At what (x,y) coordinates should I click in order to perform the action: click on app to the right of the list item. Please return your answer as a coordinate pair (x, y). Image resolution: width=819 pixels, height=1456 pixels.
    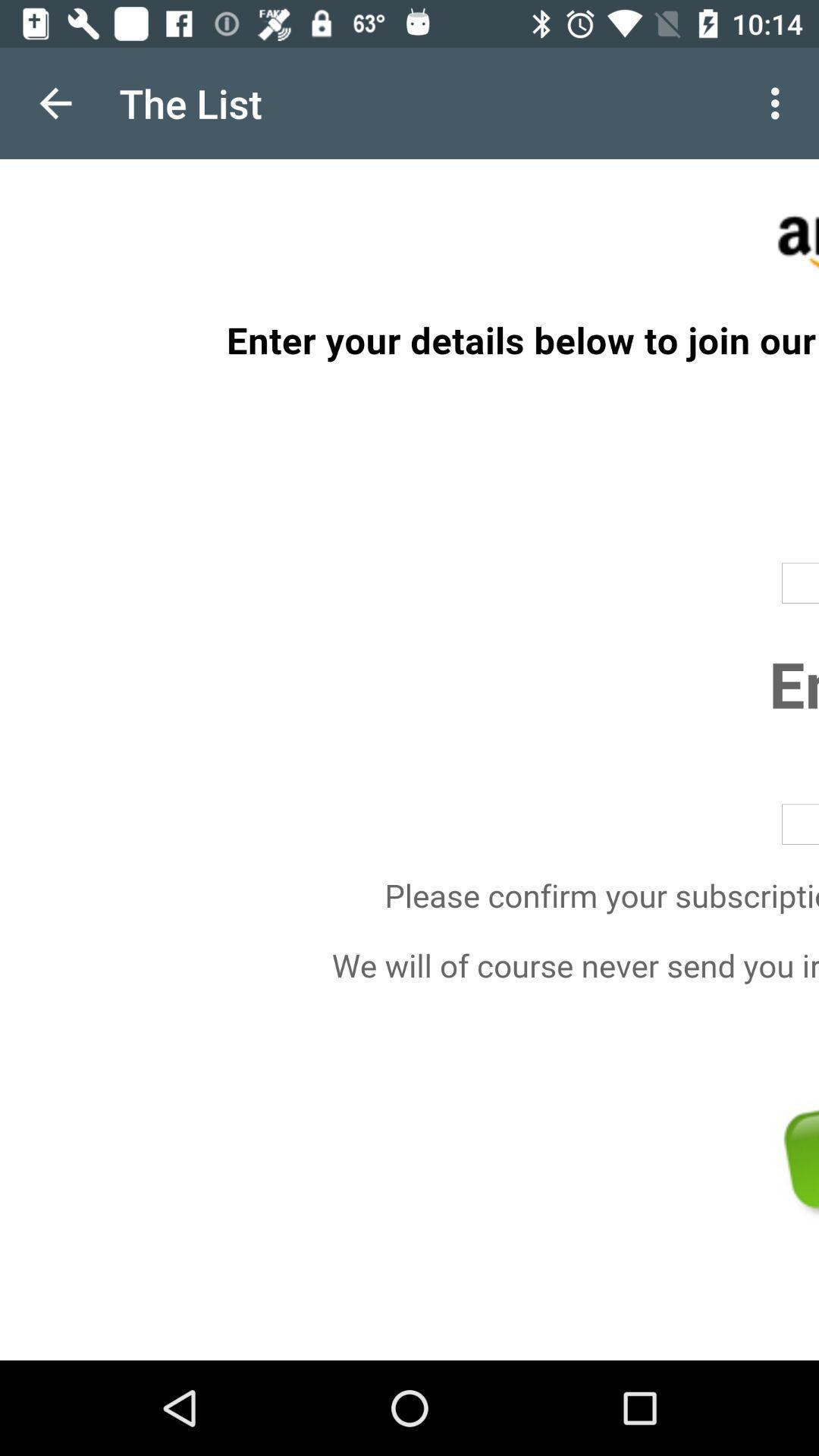
    Looking at the image, I should click on (779, 102).